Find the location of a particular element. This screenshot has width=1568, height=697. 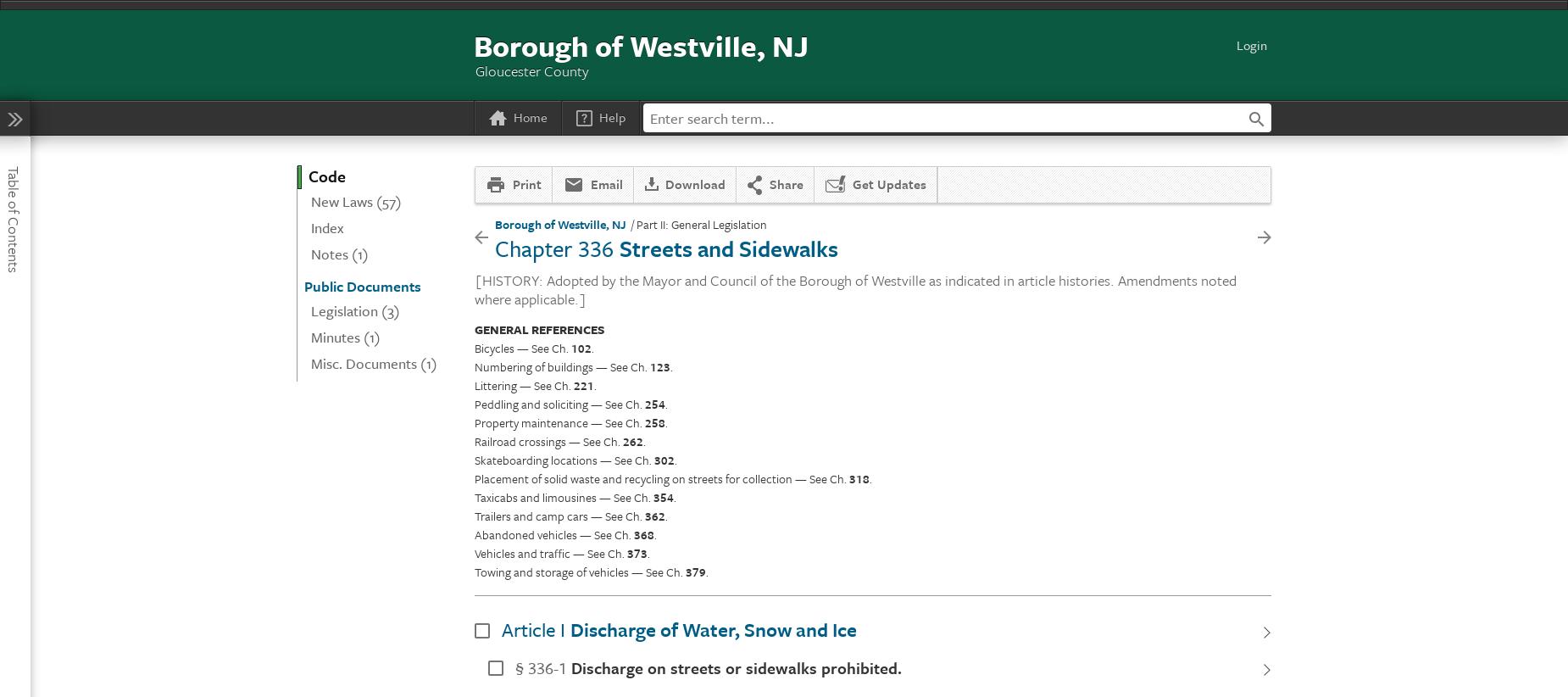

'Chapter 336' is located at coordinates (553, 247).